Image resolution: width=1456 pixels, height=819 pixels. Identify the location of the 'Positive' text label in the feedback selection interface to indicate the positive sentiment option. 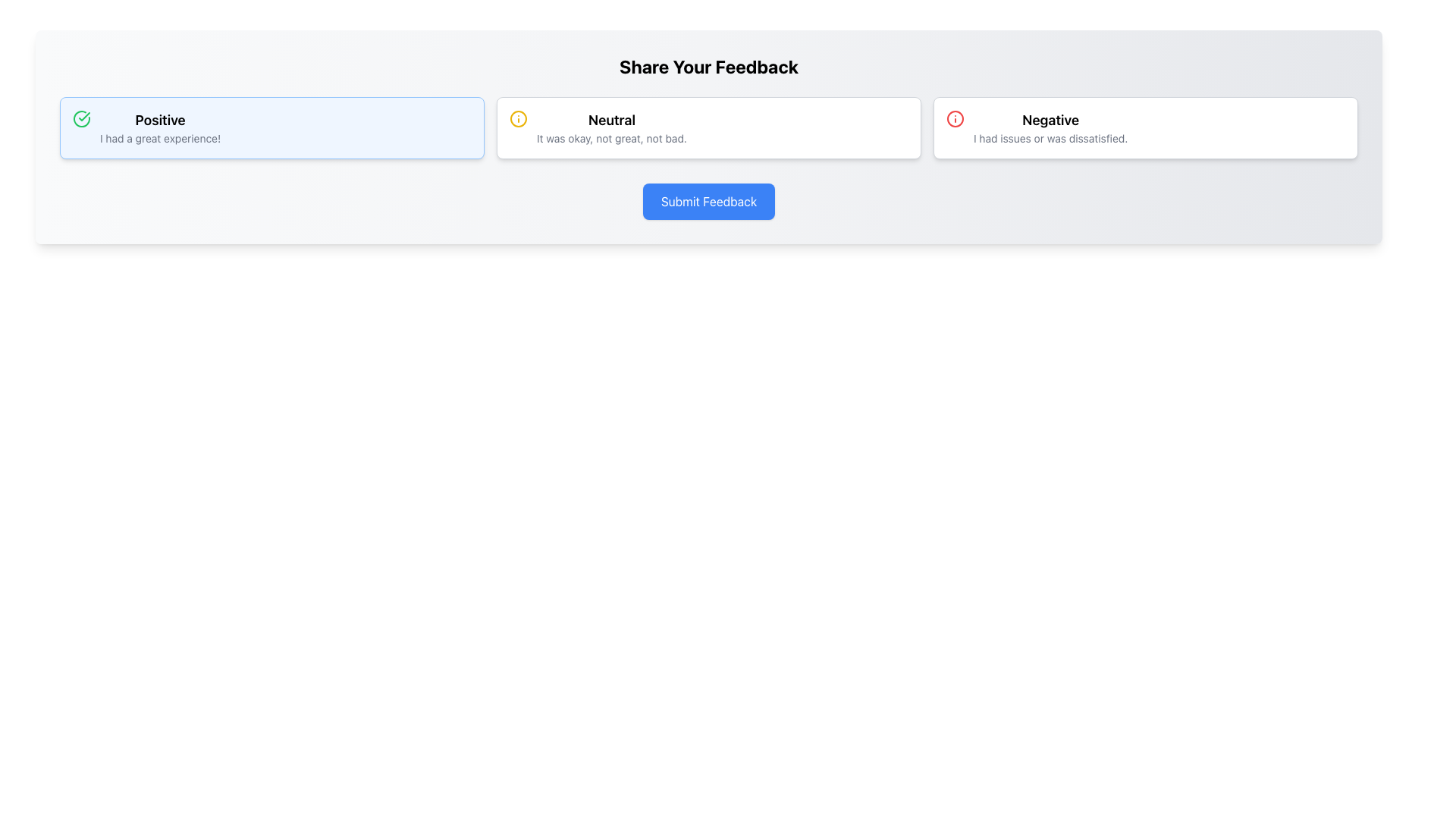
(160, 119).